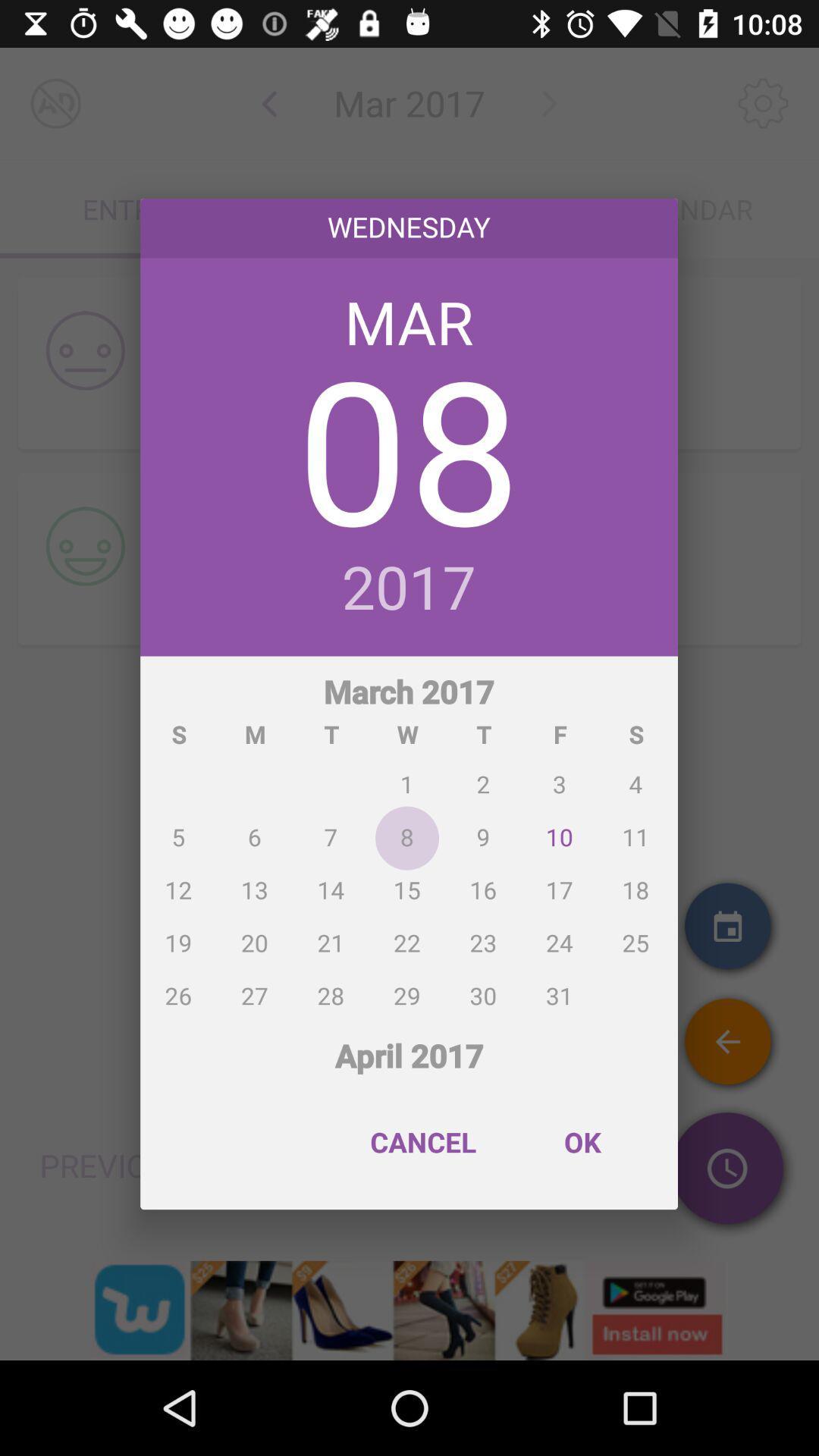  I want to click on the cancel item, so click(423, 1142).